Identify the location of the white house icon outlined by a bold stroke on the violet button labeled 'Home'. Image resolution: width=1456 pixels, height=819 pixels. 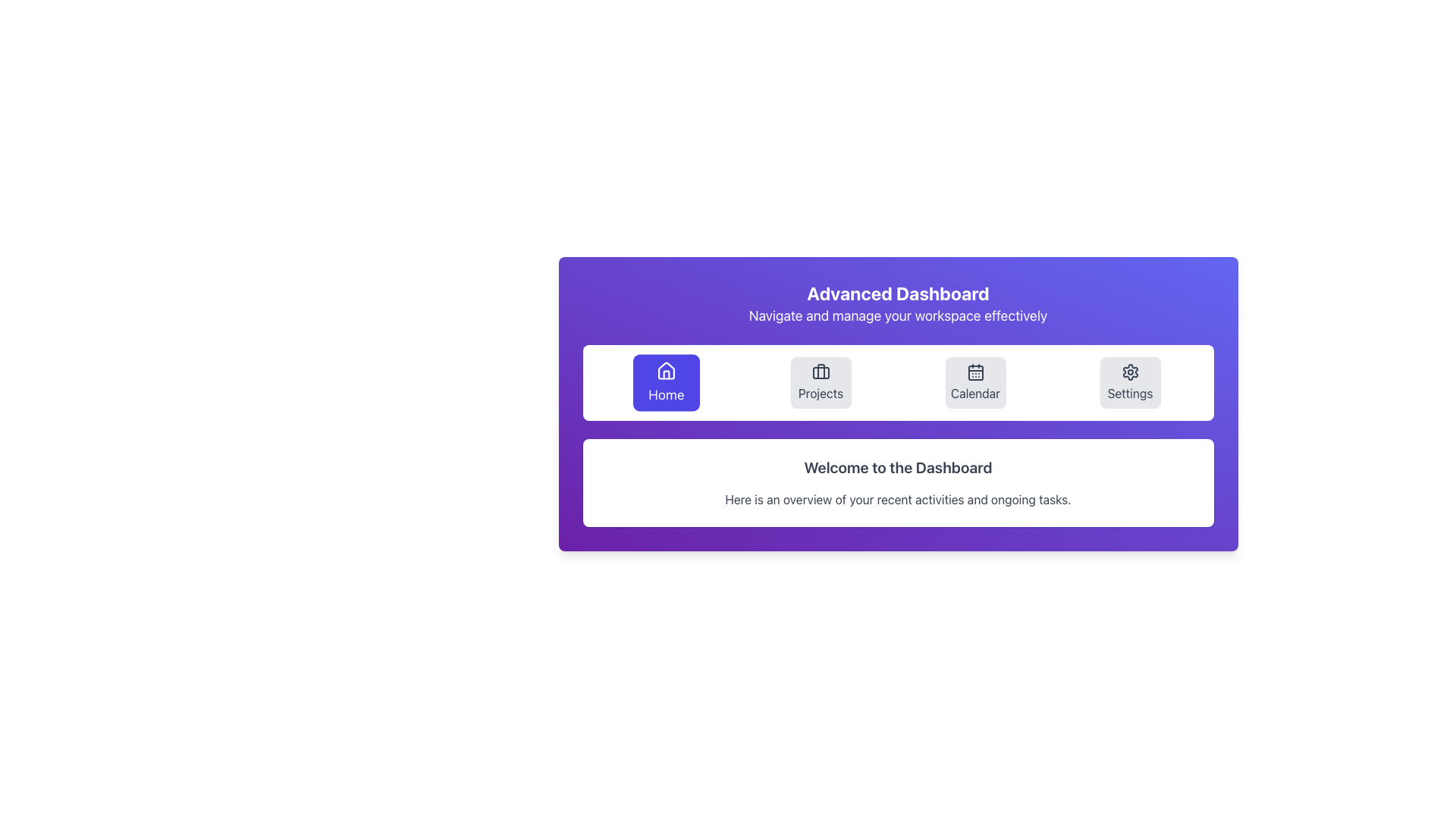
(666, 371).